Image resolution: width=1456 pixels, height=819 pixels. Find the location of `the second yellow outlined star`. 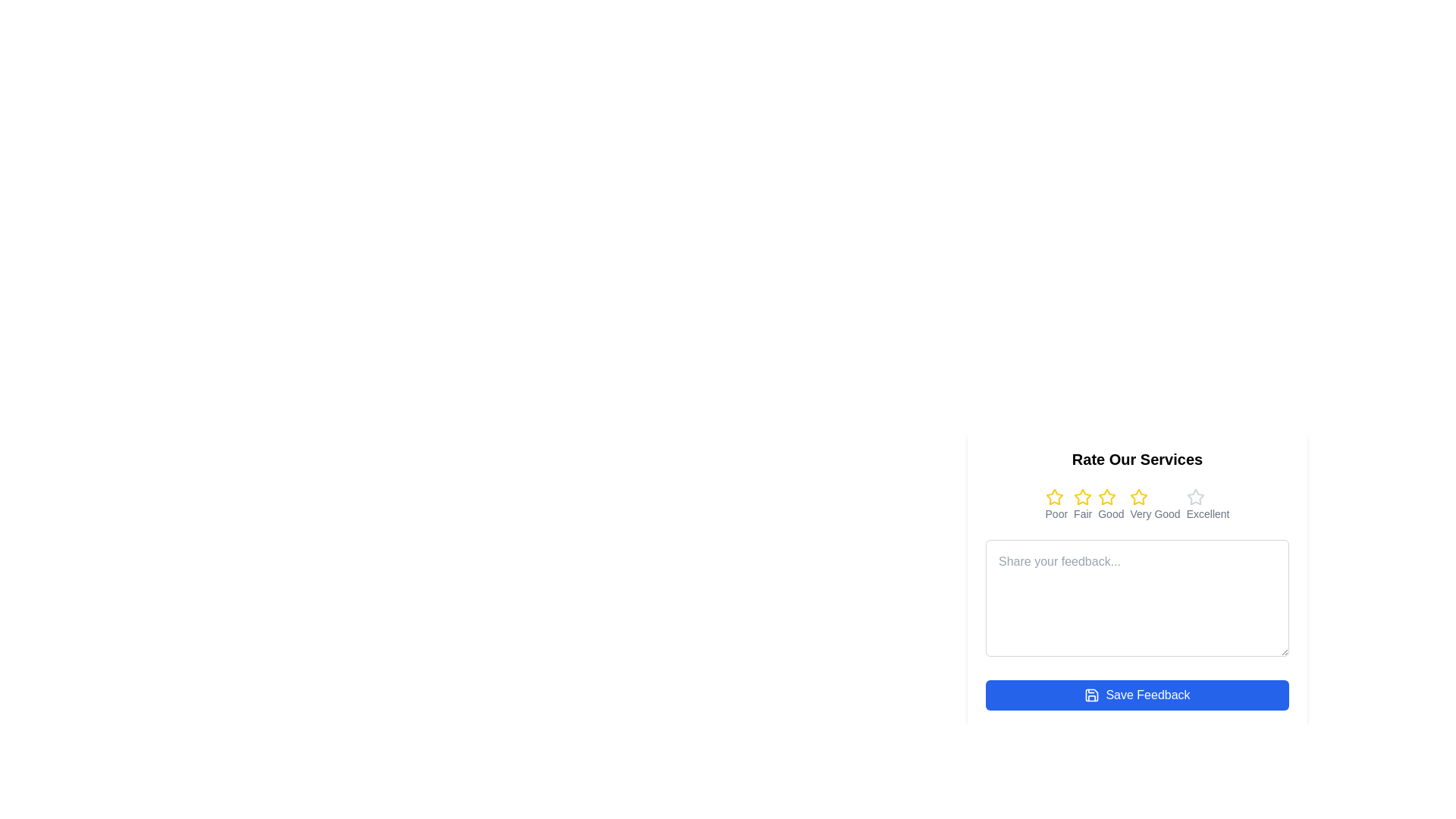

the second yellow outlined star is located at coordinates (1082, 497).